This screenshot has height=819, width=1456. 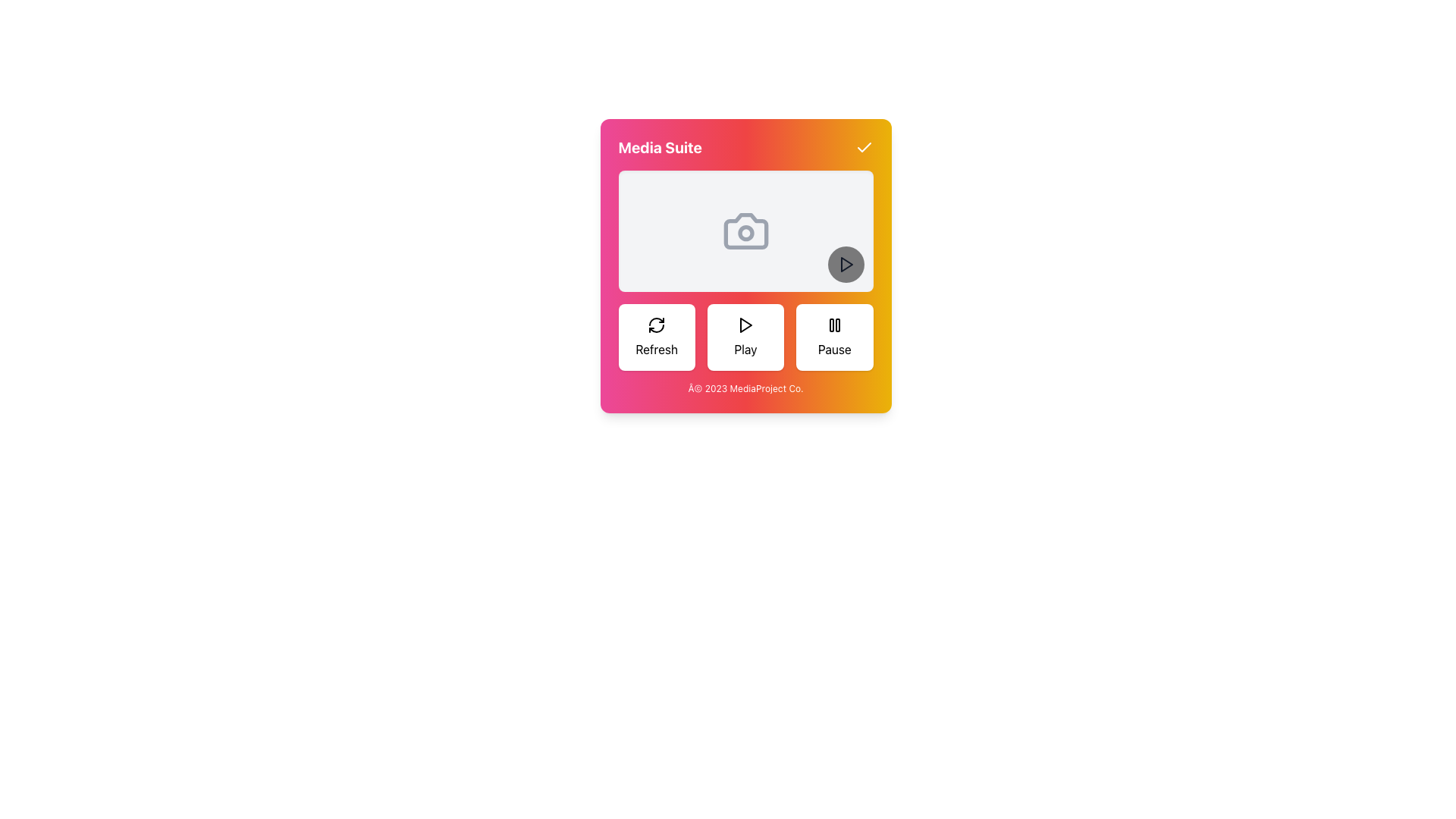 I want to click on the rectangular 'Play' button with a white background and black text and icon to initiate playback, so click(x=745, y=336).